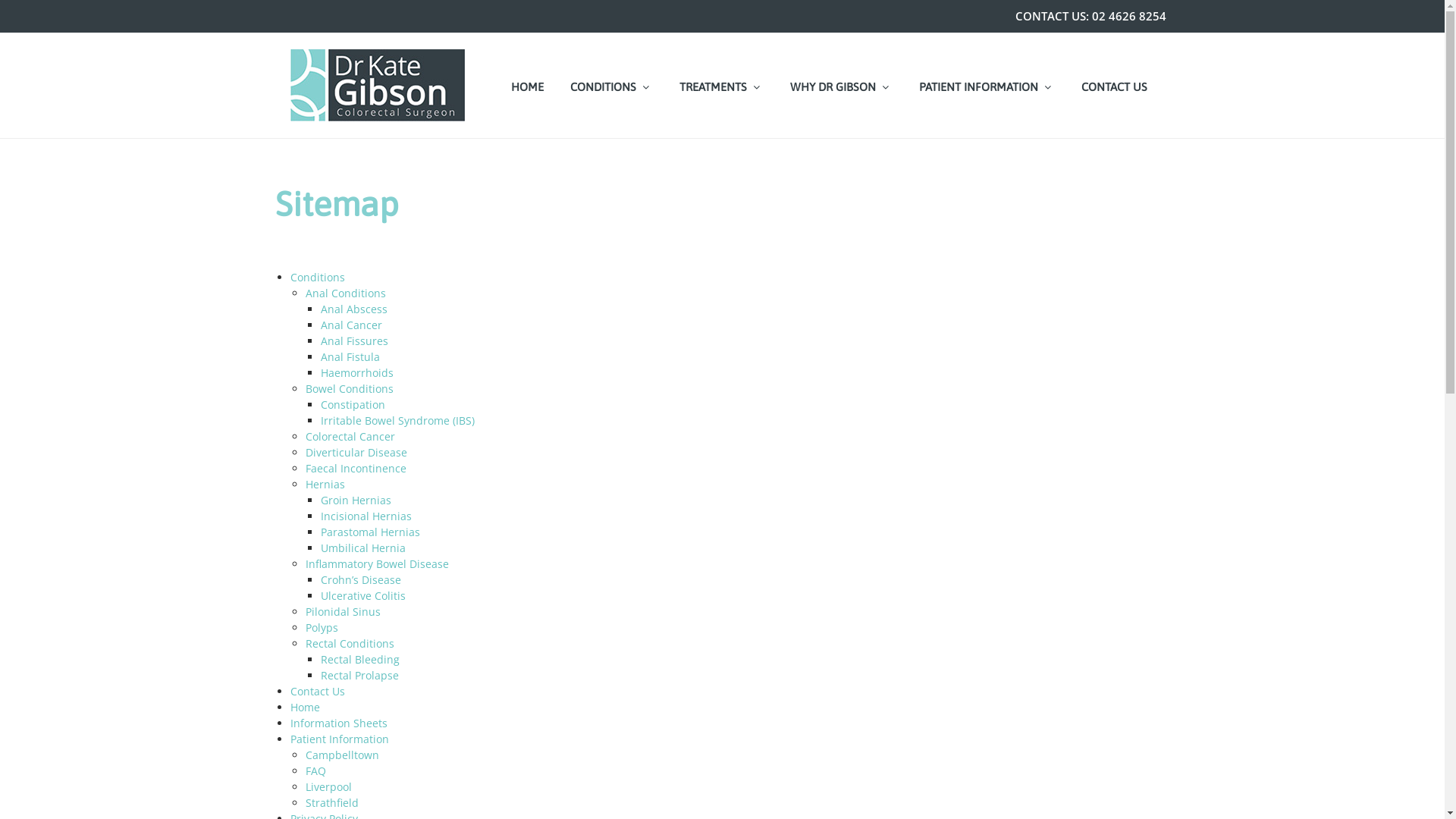 Image resolution: width=1456 pixels, height=819 pixels. Describe the element at coordinates (319, 308) in the screenshot. I see `'Anal Abscess'` at that location.